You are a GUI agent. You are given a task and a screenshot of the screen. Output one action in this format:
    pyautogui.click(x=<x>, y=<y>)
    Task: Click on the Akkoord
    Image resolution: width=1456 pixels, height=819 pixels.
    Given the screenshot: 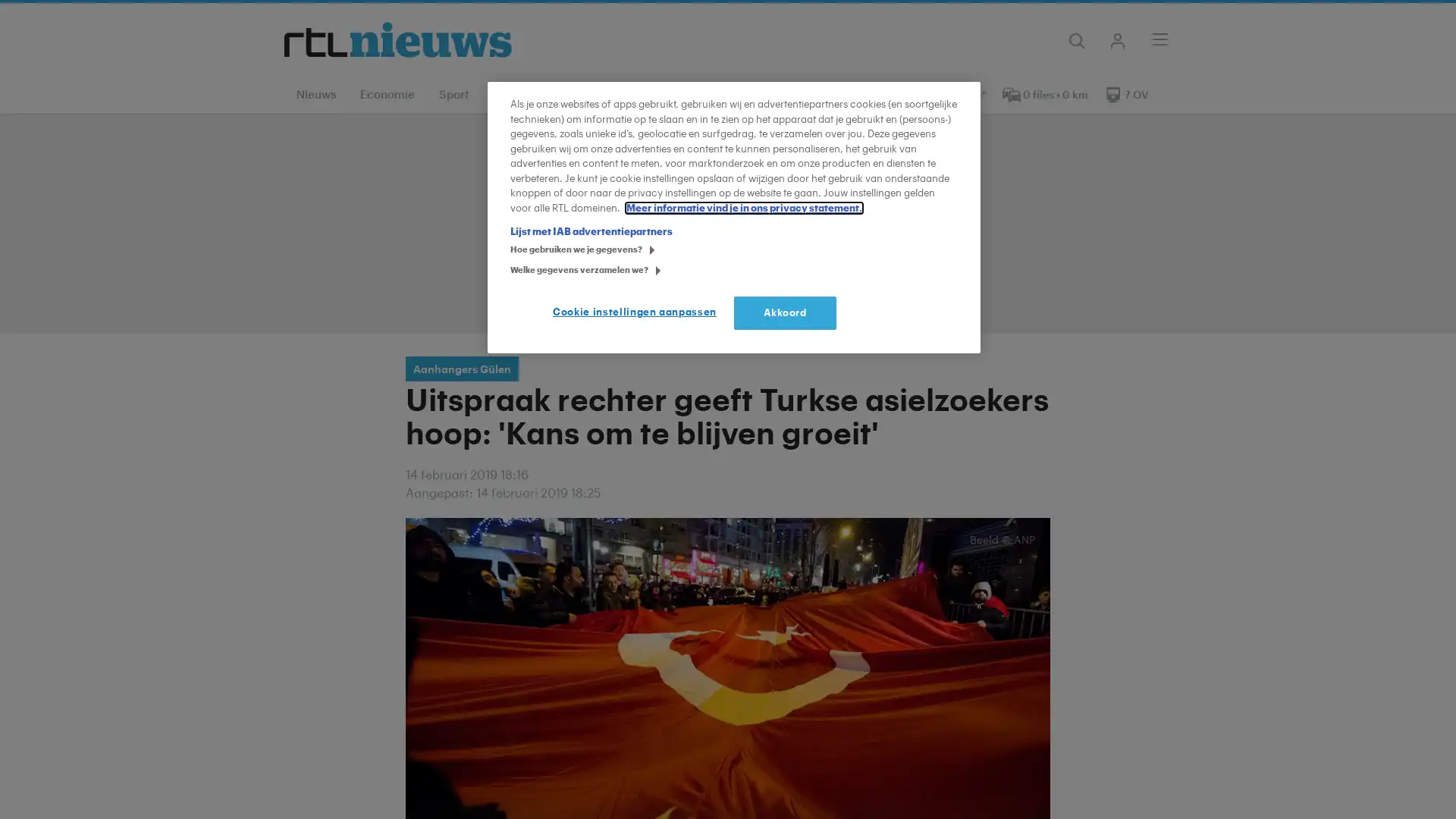 What is the action you would take?
    pyautogui.click(x=785, y=312)
    